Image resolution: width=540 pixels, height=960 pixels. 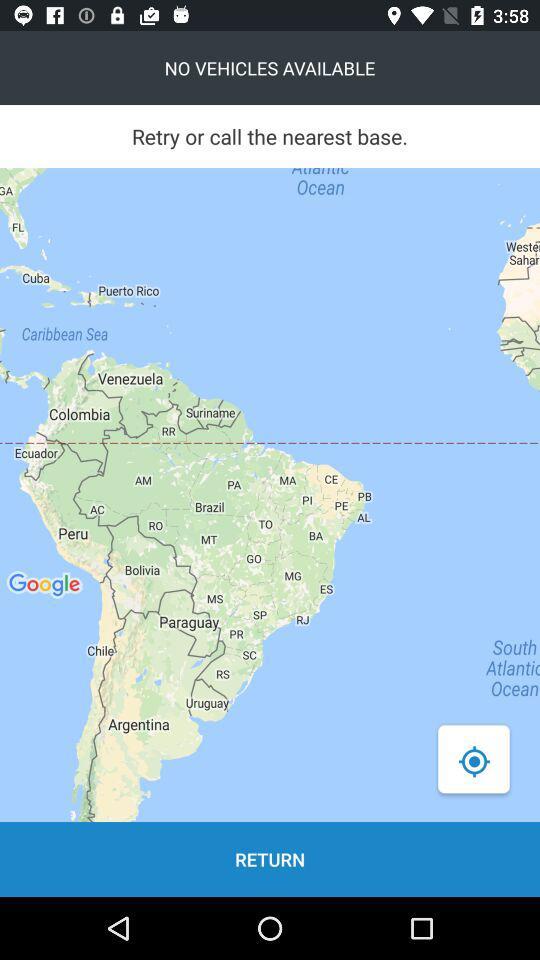 I want to click on the location_crosshair icon, so click(x=473, y=760).